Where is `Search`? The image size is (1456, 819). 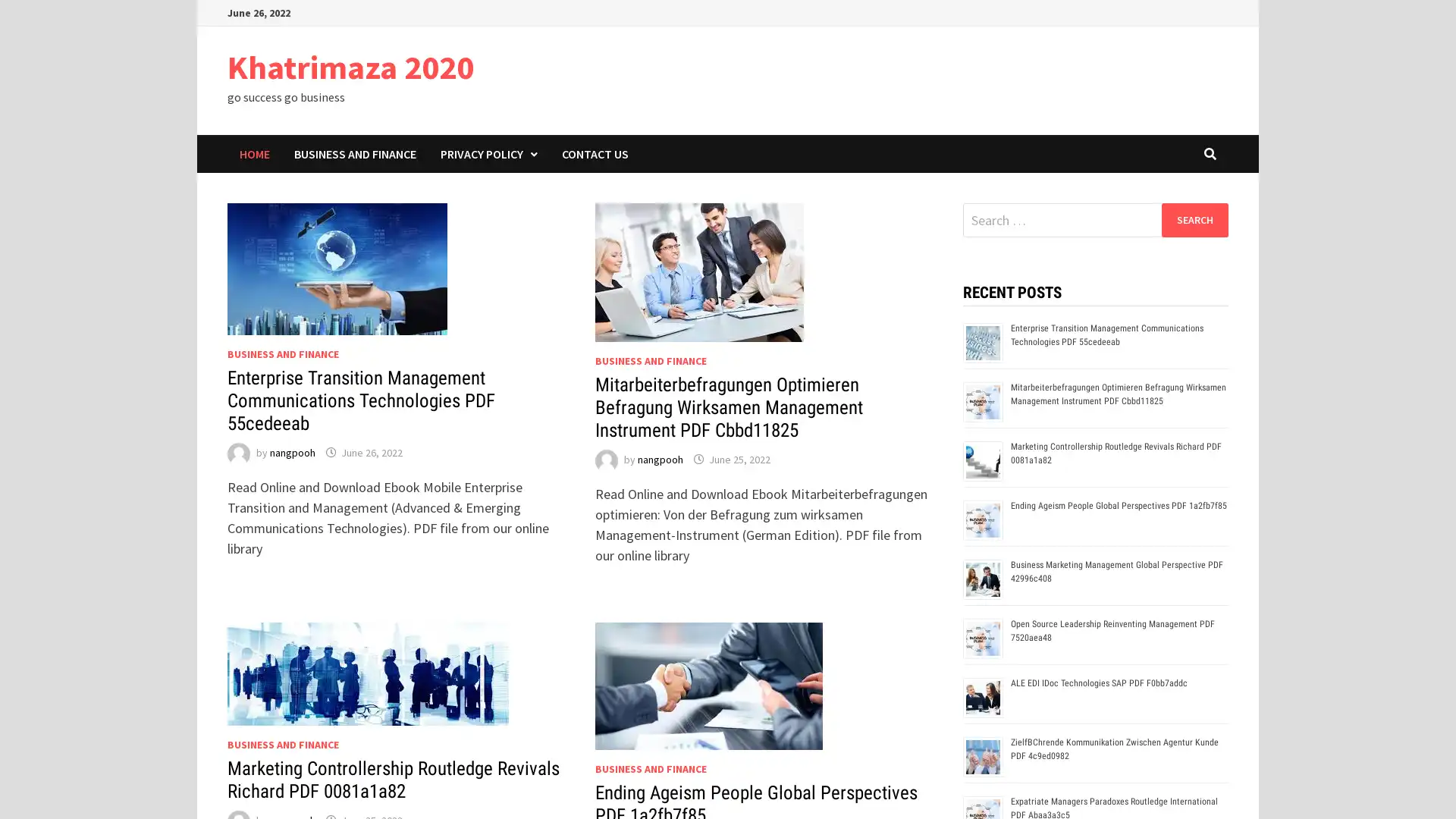
Search is located at coordinates (1194, 219).